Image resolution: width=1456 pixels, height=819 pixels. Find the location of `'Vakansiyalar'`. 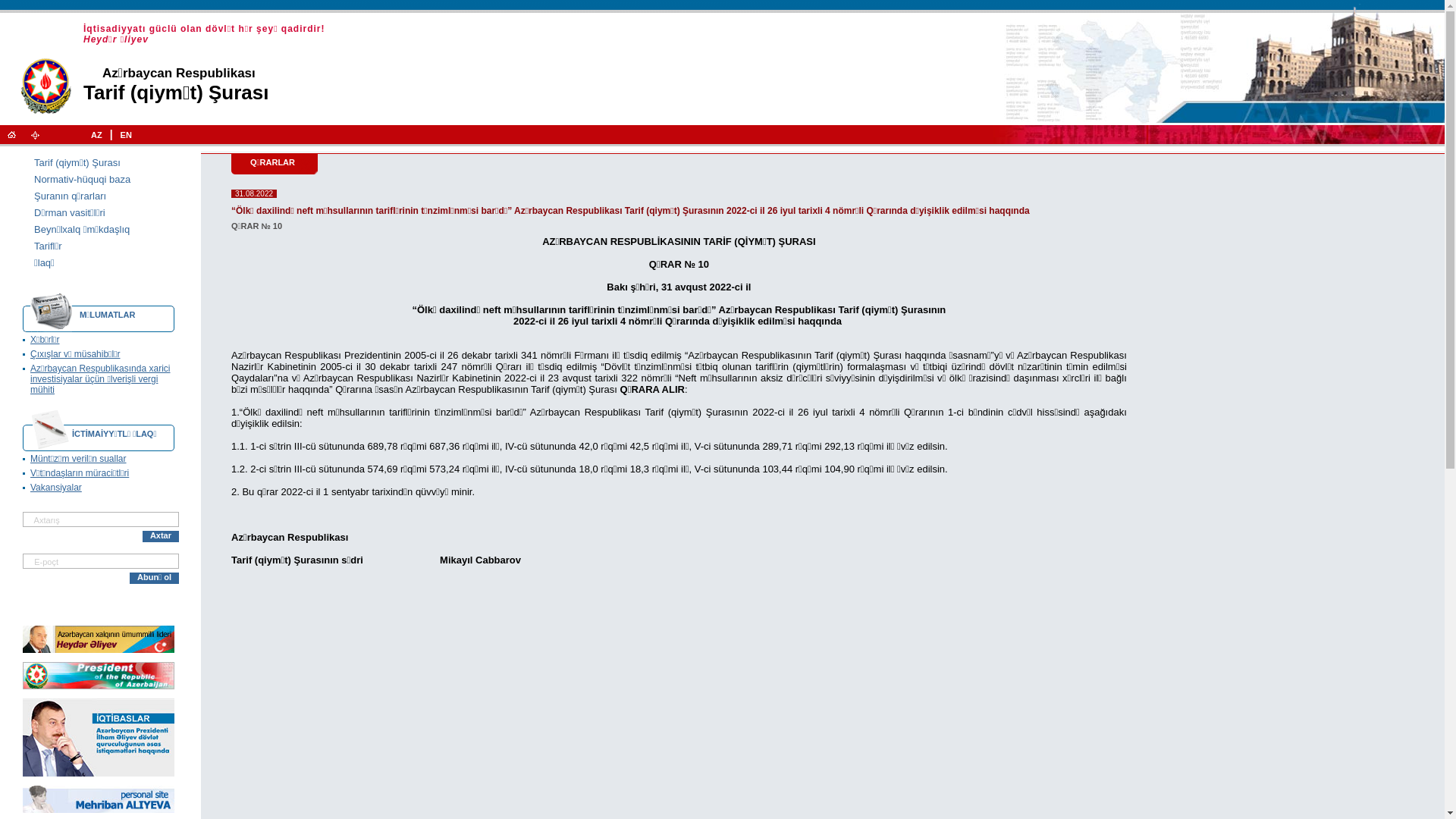

'Vakansiyalar' is located at coordinates (55, 488).